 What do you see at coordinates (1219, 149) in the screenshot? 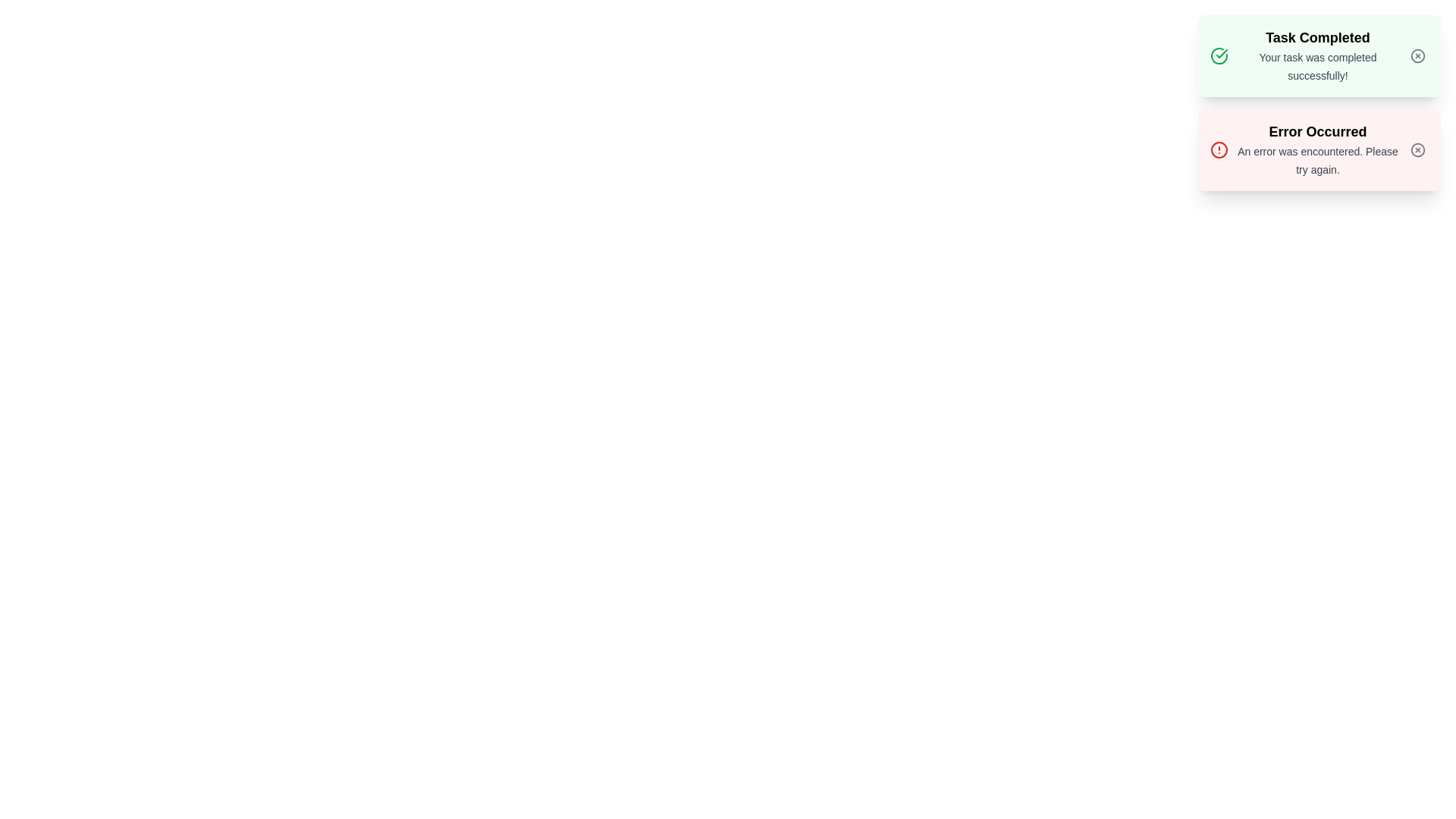
I see `the small red circular alert icon located on the left side of the notification box with a red background, which contains the title 'Error Occurred'` at bounding box center [1219, 149].